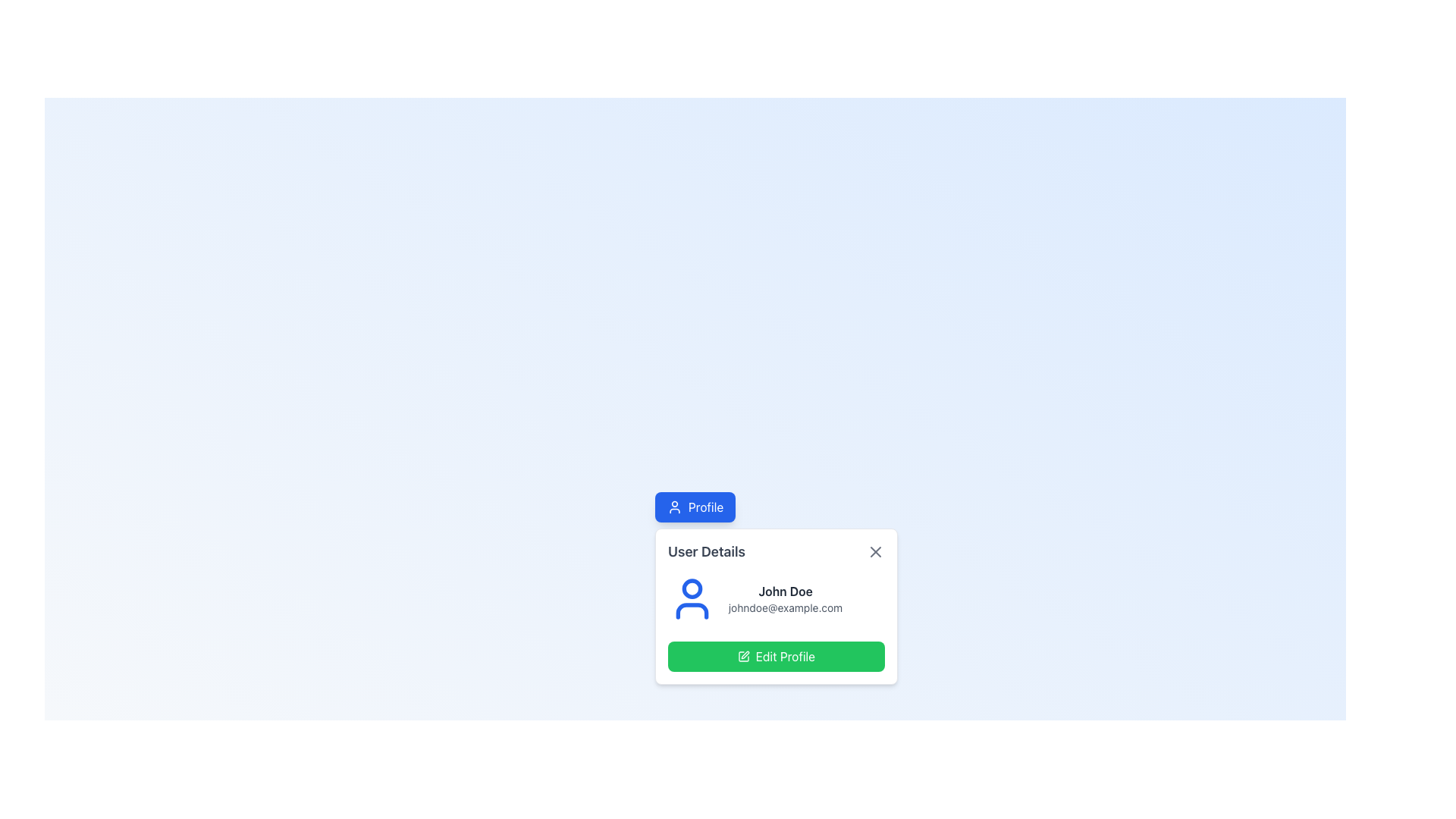 The width and height of the screenshot is (1456, 819). What do you see at coordinates (694, 507) in the screenshot?
I see `the user profile button located at the top-center of the card-like UI component above the 'User Details' section` at bounding box center [694, 507].